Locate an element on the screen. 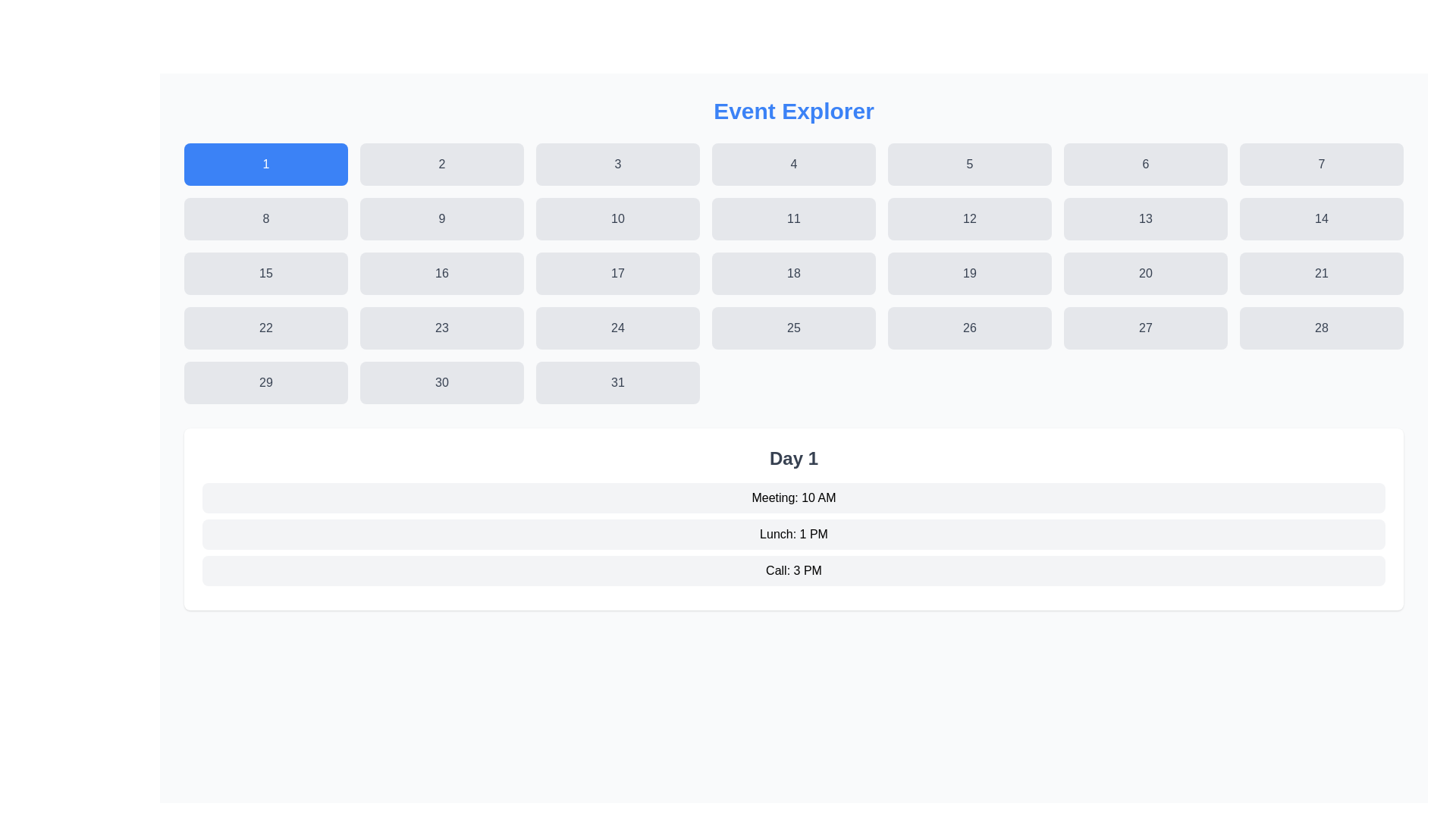  the selectable date button representing the number '31' in the bottom-right corner of the calendar grid is located at coordinates (618, 382).